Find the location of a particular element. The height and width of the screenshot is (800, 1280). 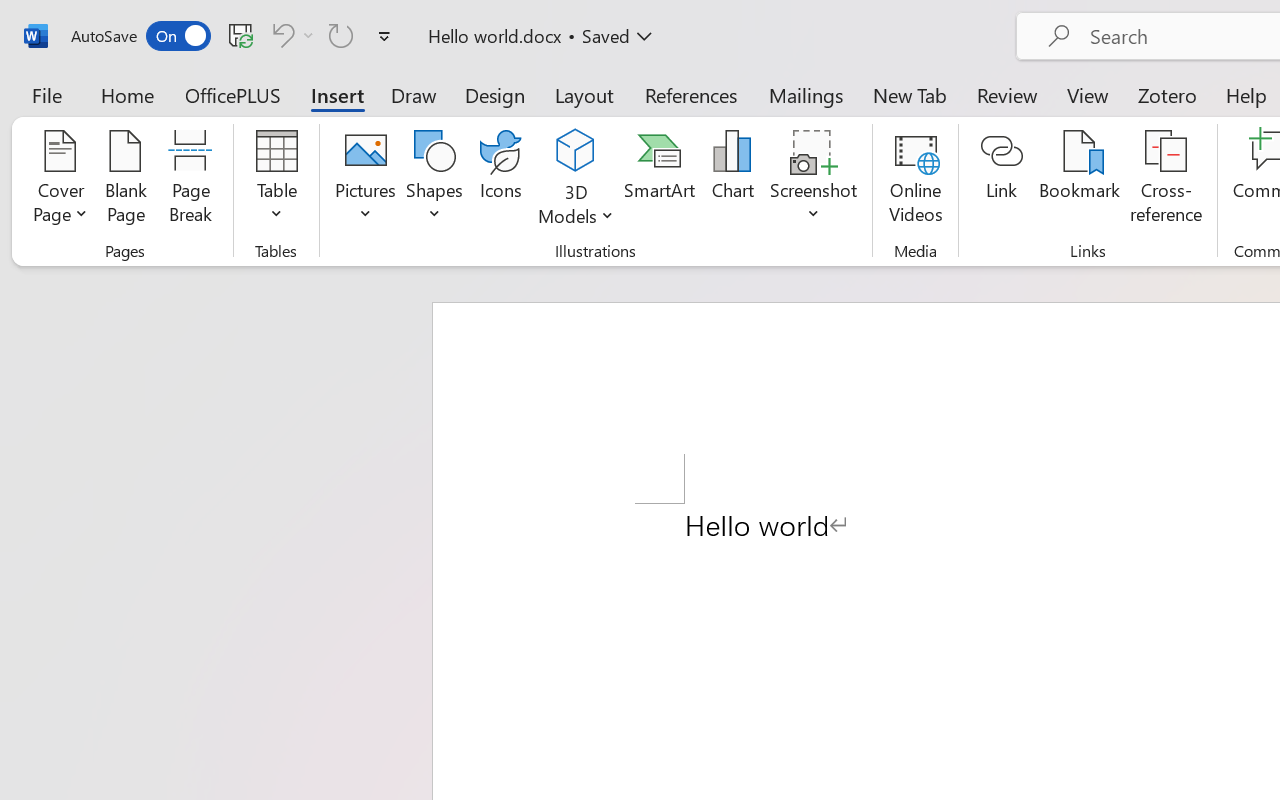

'Chart...' is located at coordinates (731, 179).